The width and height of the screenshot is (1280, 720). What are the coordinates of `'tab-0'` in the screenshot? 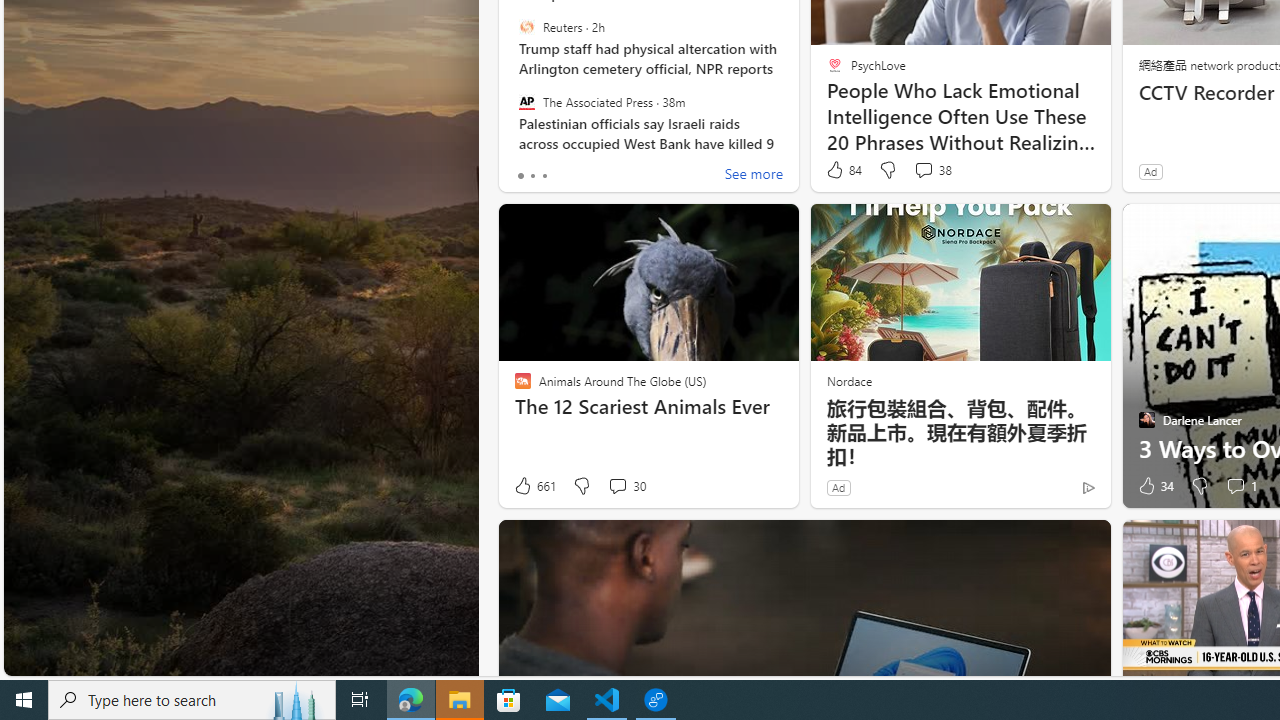 It's located at (520, 175).